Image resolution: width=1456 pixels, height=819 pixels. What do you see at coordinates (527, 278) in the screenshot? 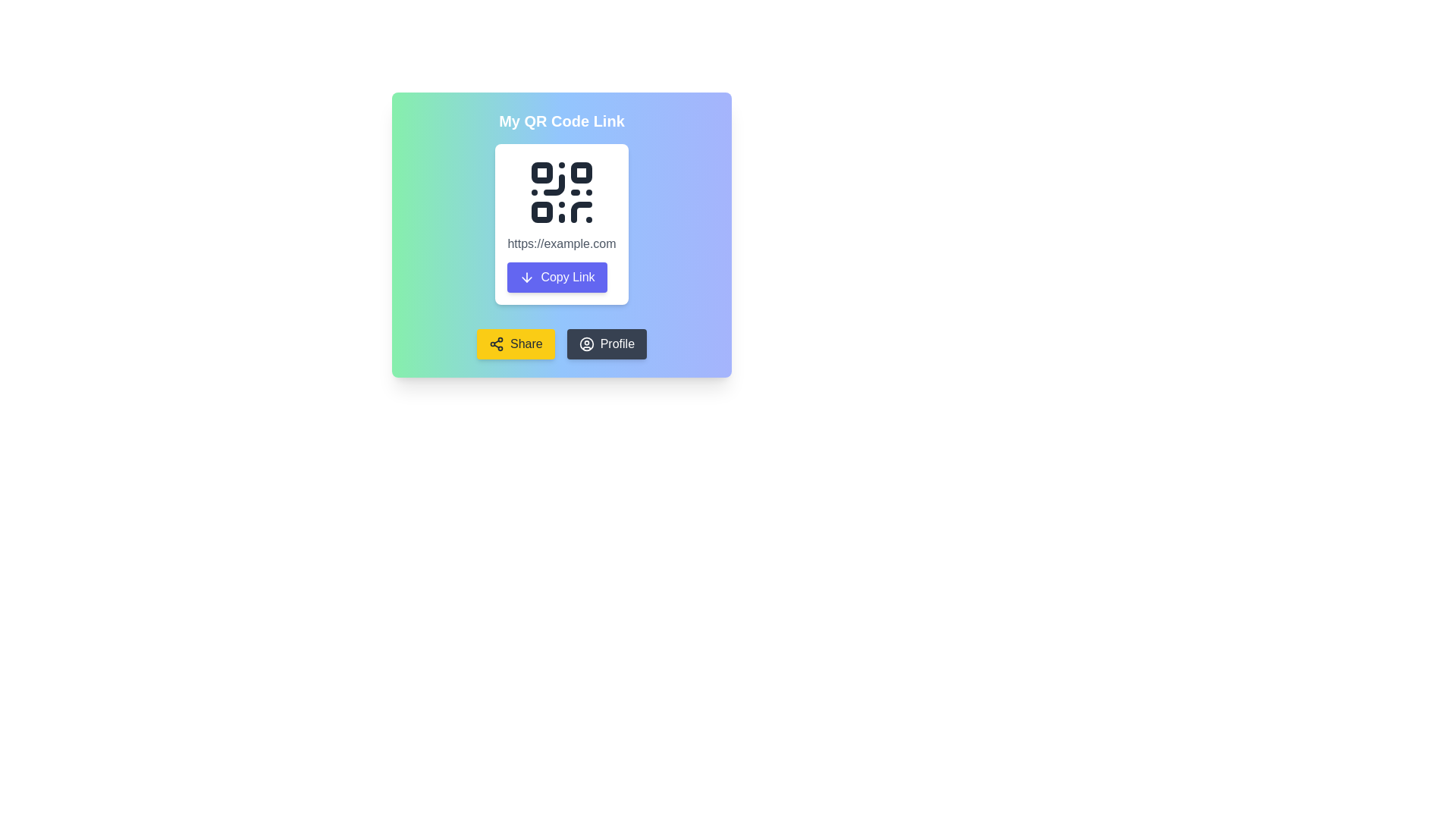
I see `the downward arrow icon on the 'Copy Link' button, which has a thin black outline and is positioned to the left of the button's text` at bounding box center [527, 278].